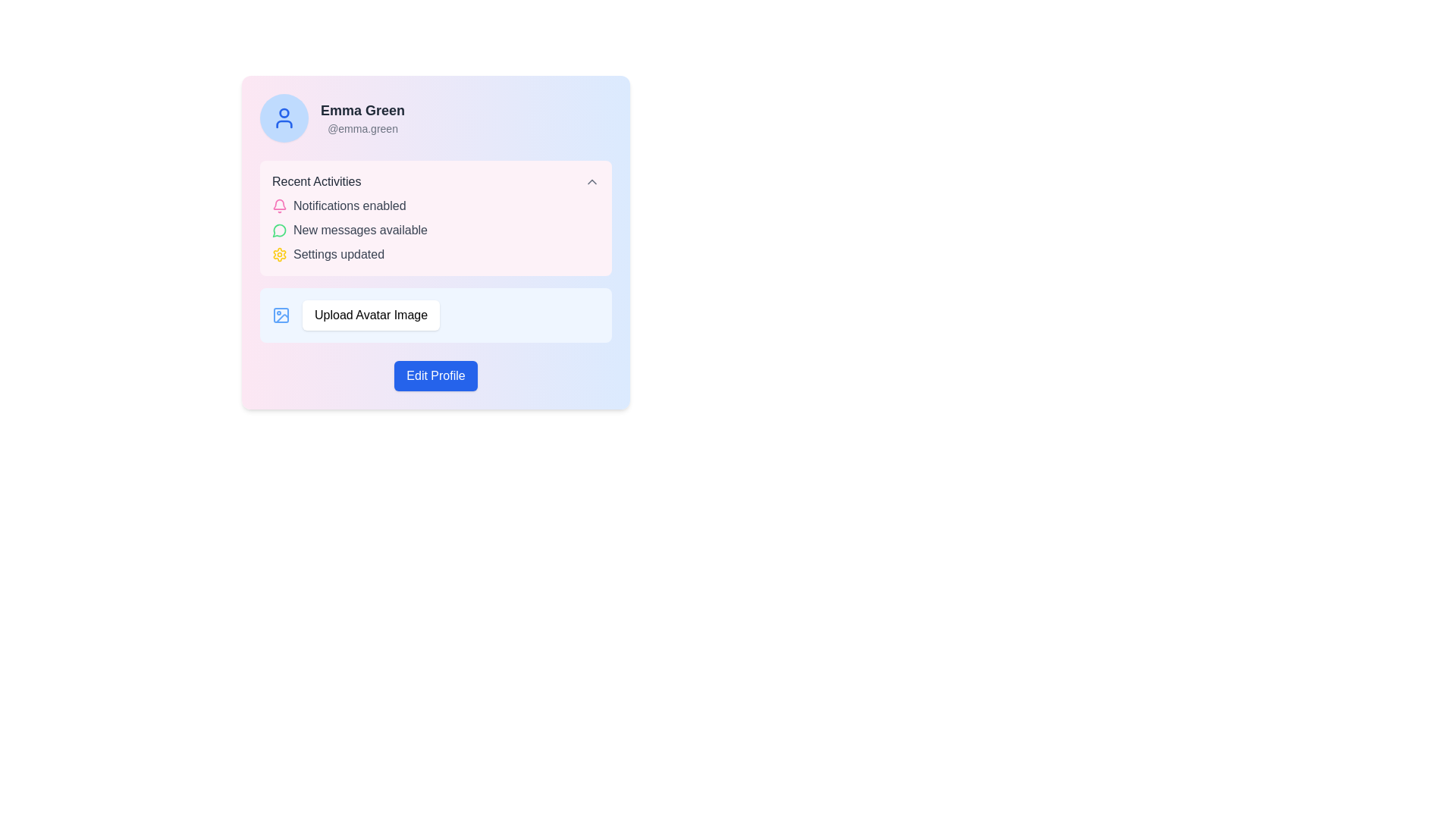  Describe the element at coordinates (280, 253) in the screenshot. I see `the settings icon that visually represents a configuration action, located in the Recent Activities section, next to the text 'Settings updated'` at that location.